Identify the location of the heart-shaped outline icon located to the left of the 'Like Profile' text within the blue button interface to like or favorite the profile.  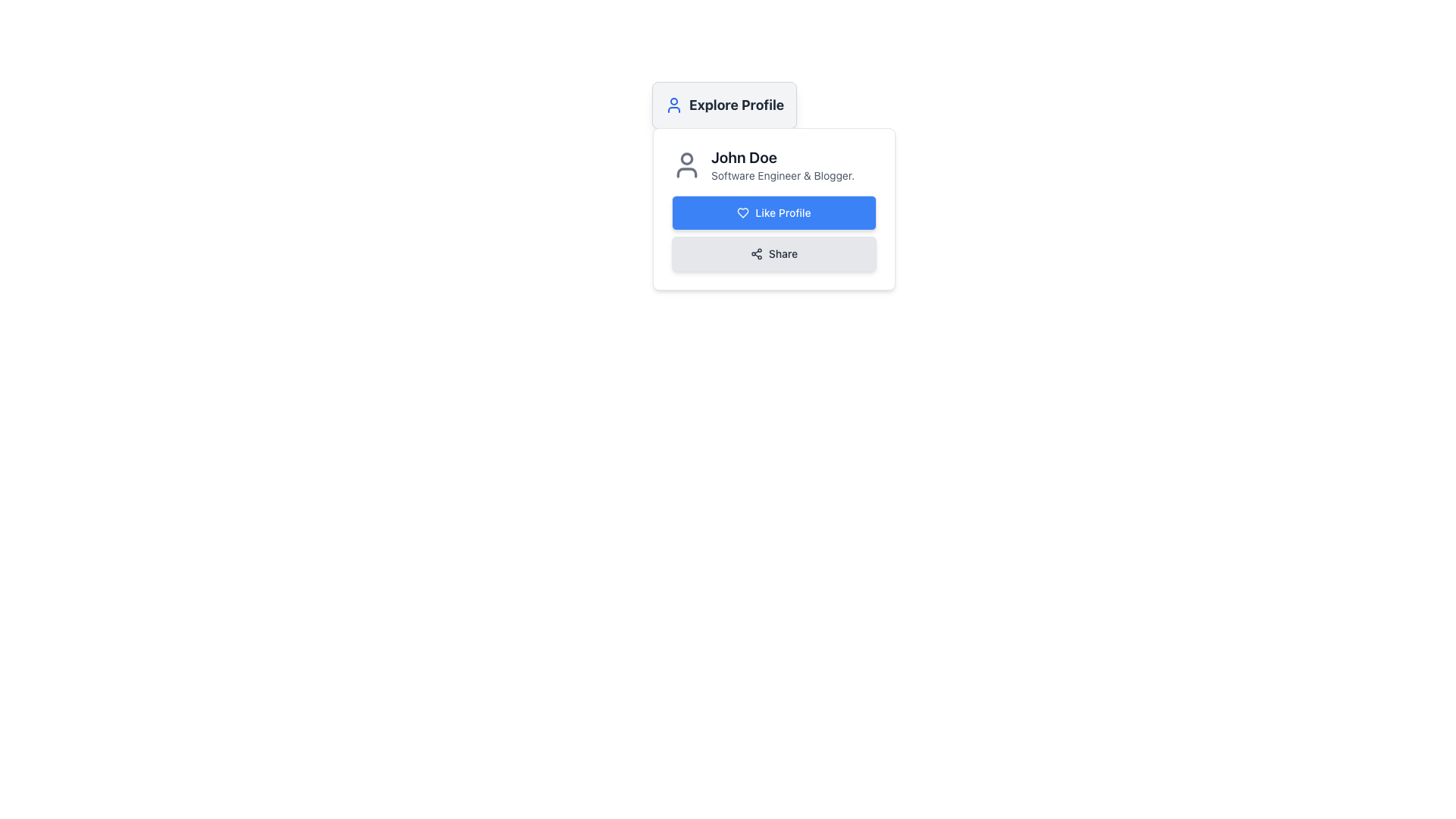
(743, 213).